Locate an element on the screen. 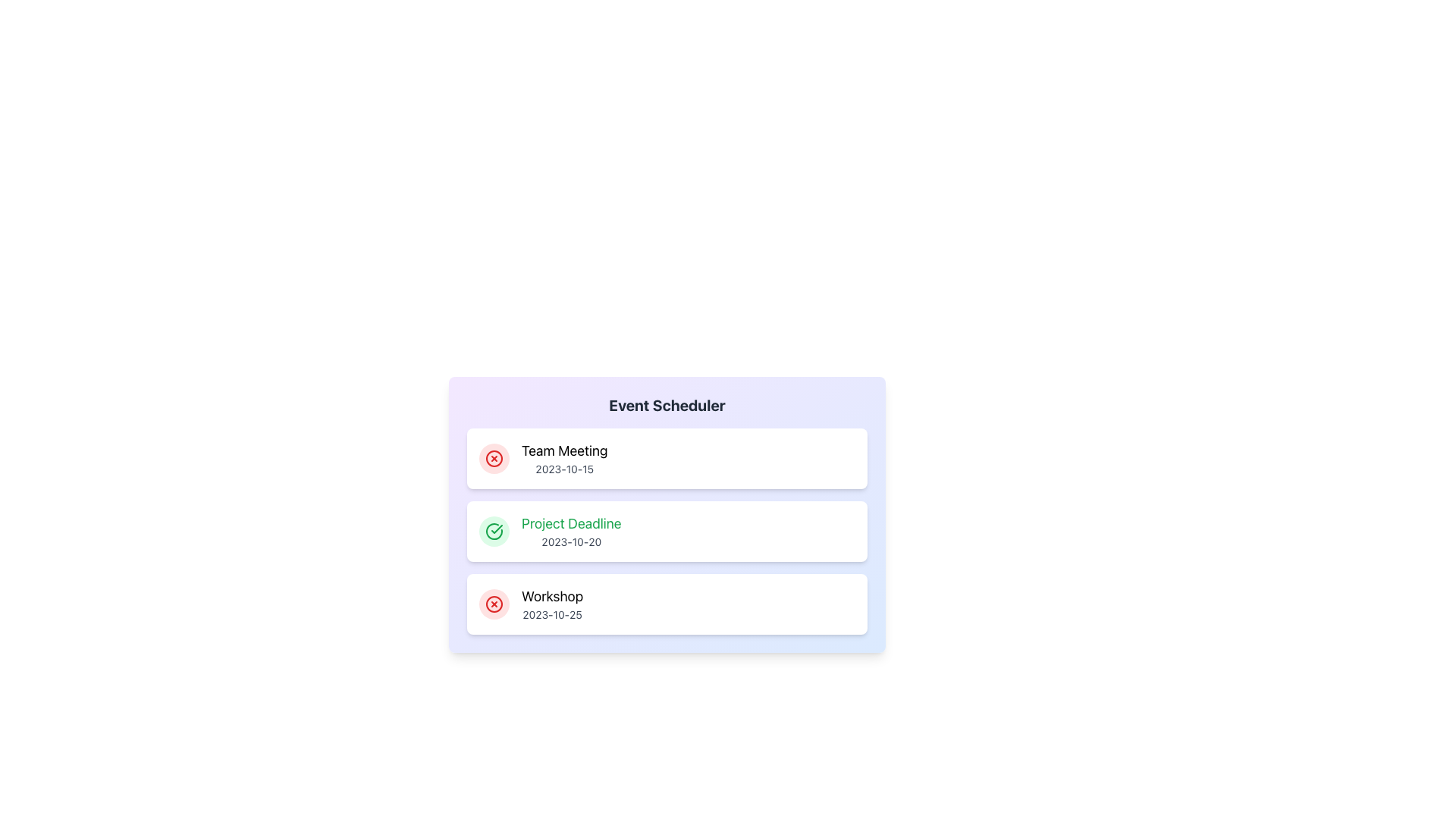 The height and width of the screenshot is (819, 1456). the 'Project Deadline' text block in the 'Event Scheduler' section, which displays the title in a large green font and the date in a smaller gray font is located at coordinates (570, 531).